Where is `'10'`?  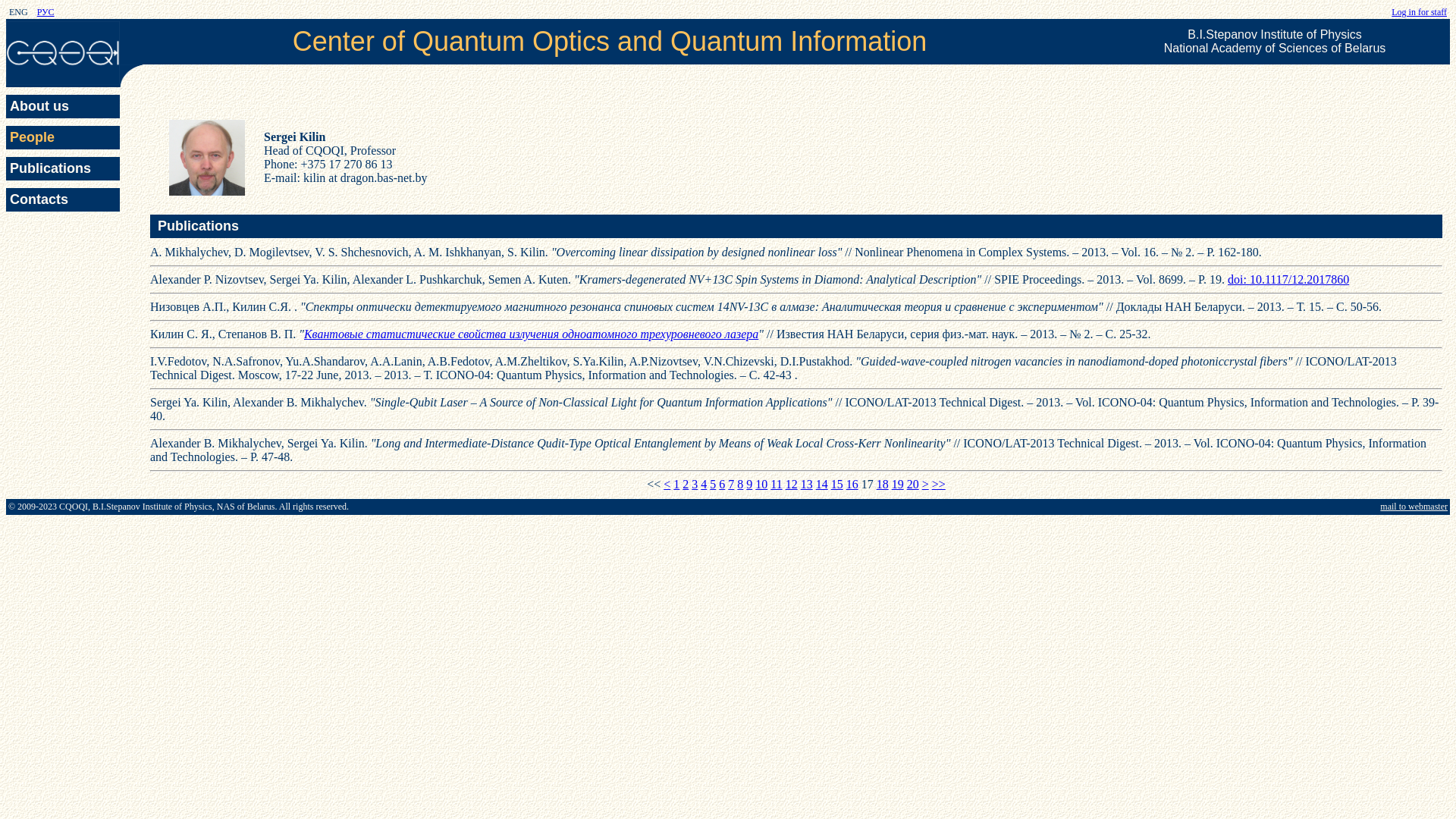
'10' is located at coordinates (755, 484).